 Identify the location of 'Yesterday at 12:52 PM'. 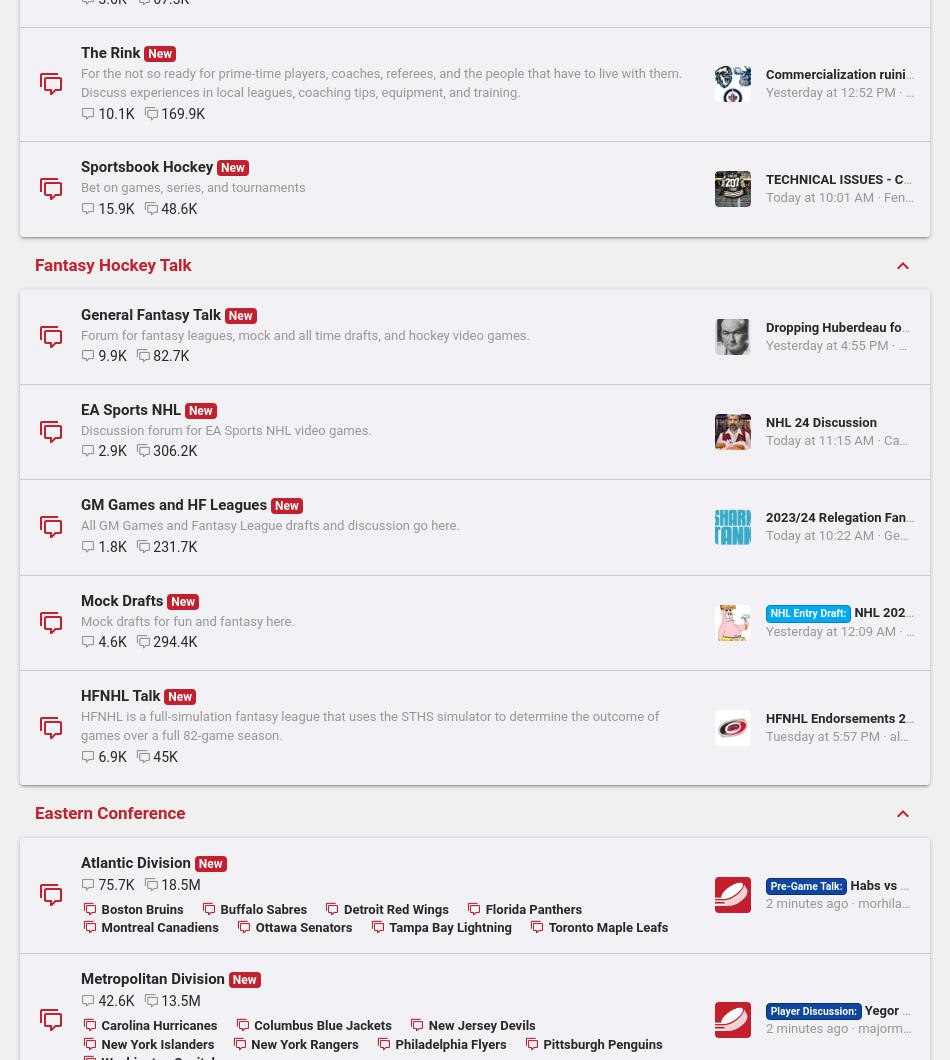
(490, 396).